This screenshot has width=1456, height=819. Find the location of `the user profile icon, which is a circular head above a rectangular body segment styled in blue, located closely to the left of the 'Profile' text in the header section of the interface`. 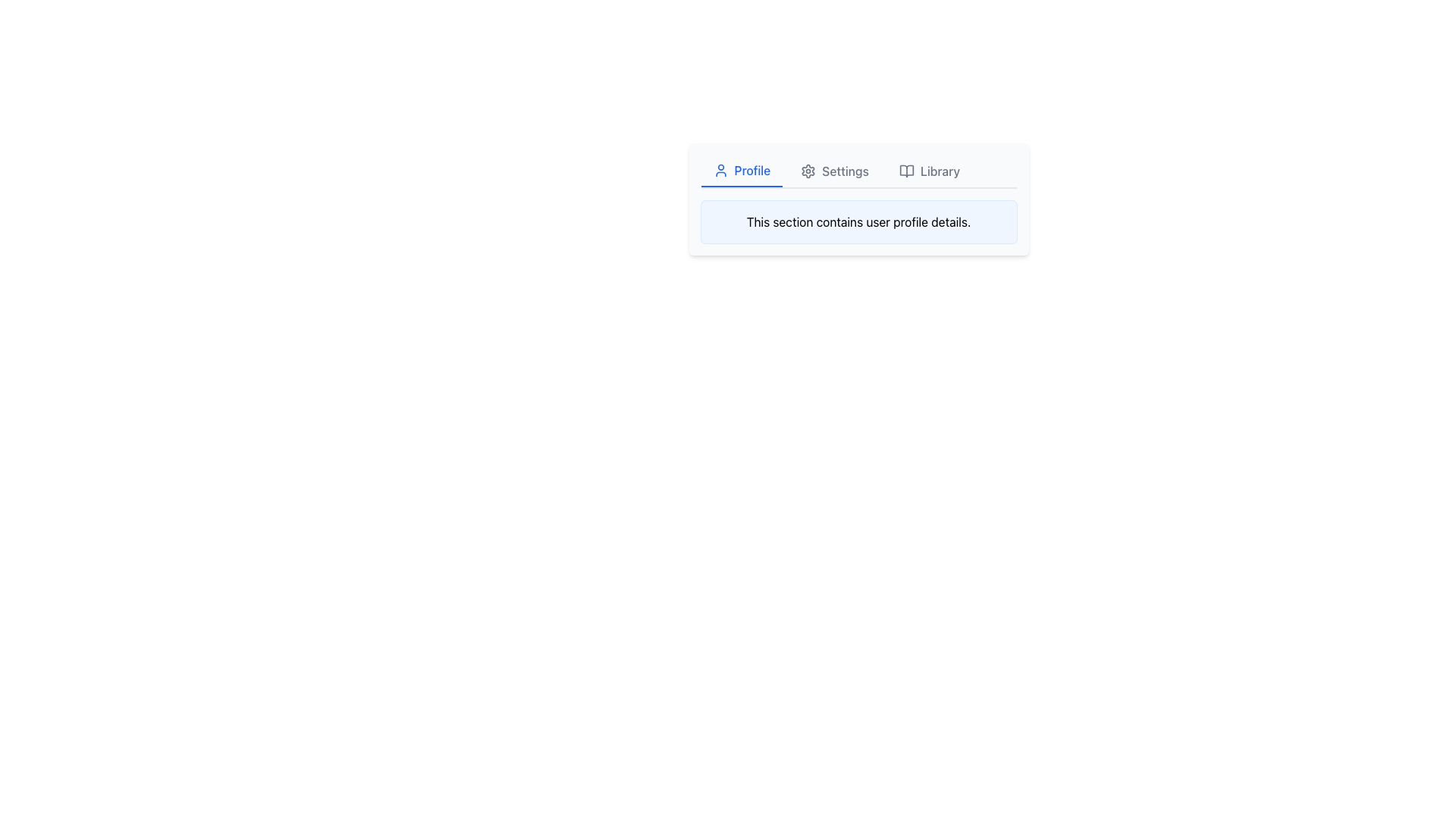

the user profile icon, which is a circular head above a rectangular body segment styled in blue, located closely to the left of the 'Profile' text in the header section of the interface is located at coordinates (720, 170).